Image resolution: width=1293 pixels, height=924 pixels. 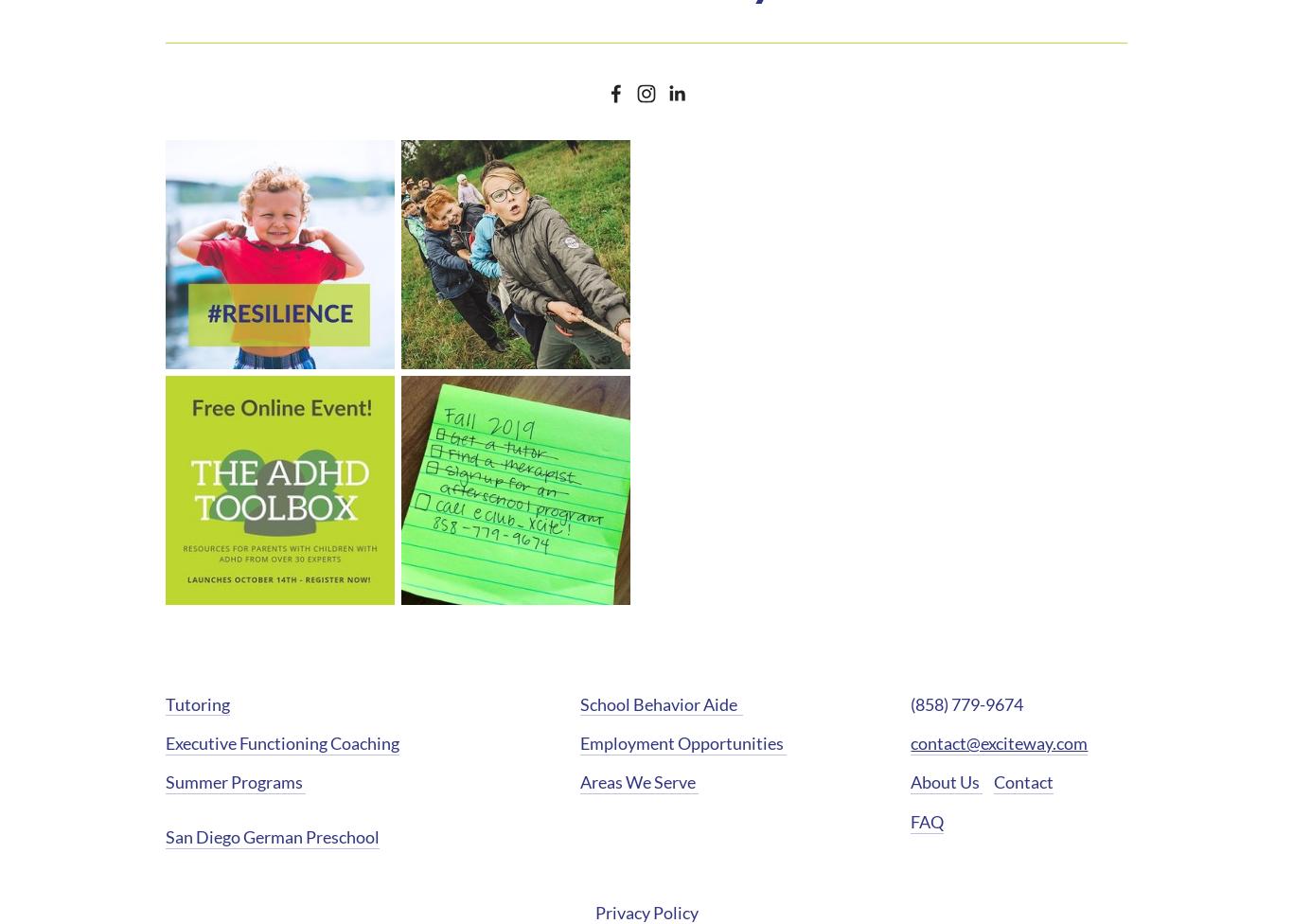 I want to click on 'contact@exciteway.com', so click(x=998, y=742).